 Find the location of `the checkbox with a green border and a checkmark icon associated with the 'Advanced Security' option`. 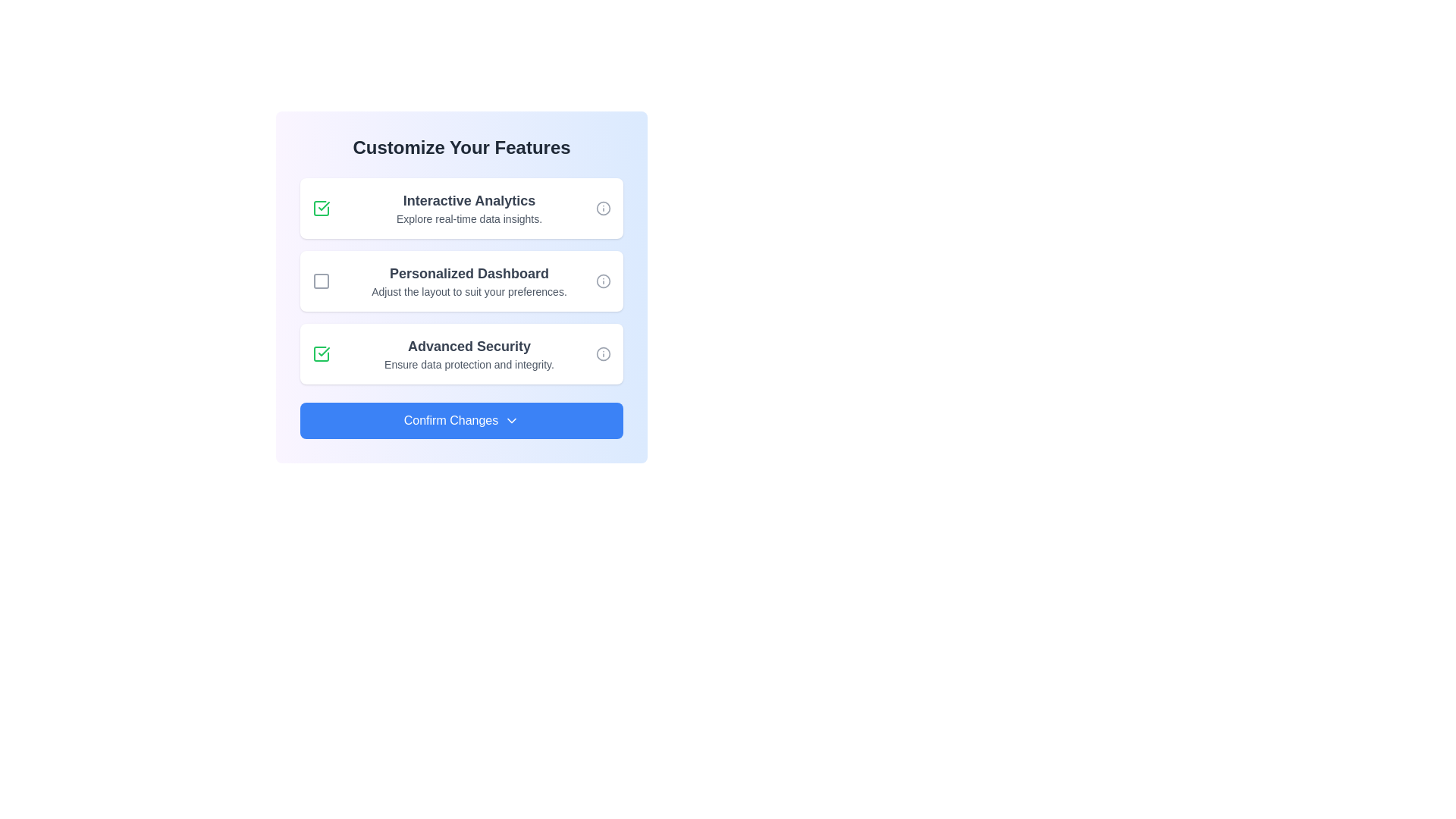

the checkbox with a green border and a checkmark icon associated with the 'Advanced Security' option is located at coordinates (320, 353).